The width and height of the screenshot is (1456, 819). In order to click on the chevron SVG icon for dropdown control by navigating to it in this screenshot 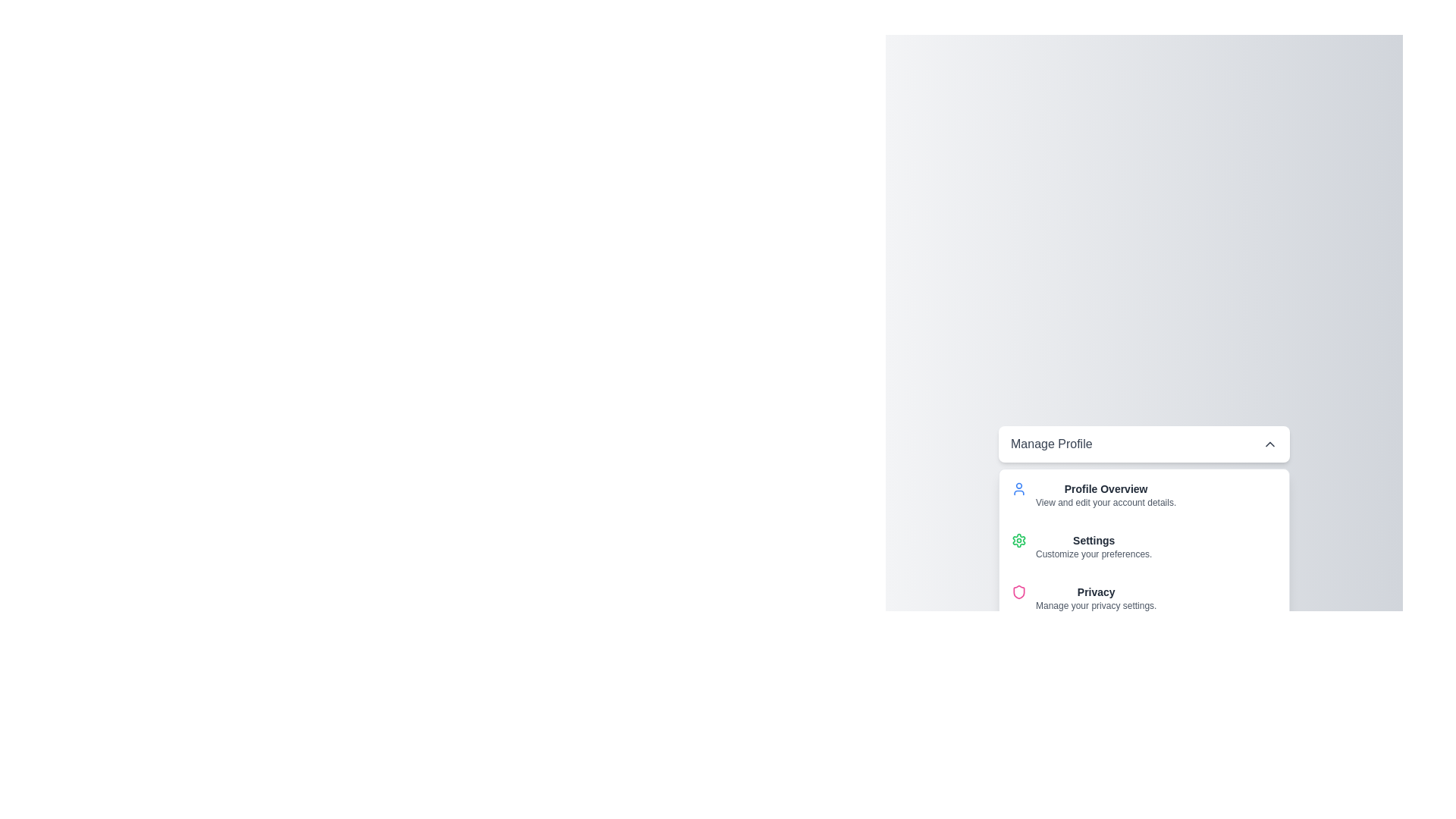, I will do `click(1270, 444)`.